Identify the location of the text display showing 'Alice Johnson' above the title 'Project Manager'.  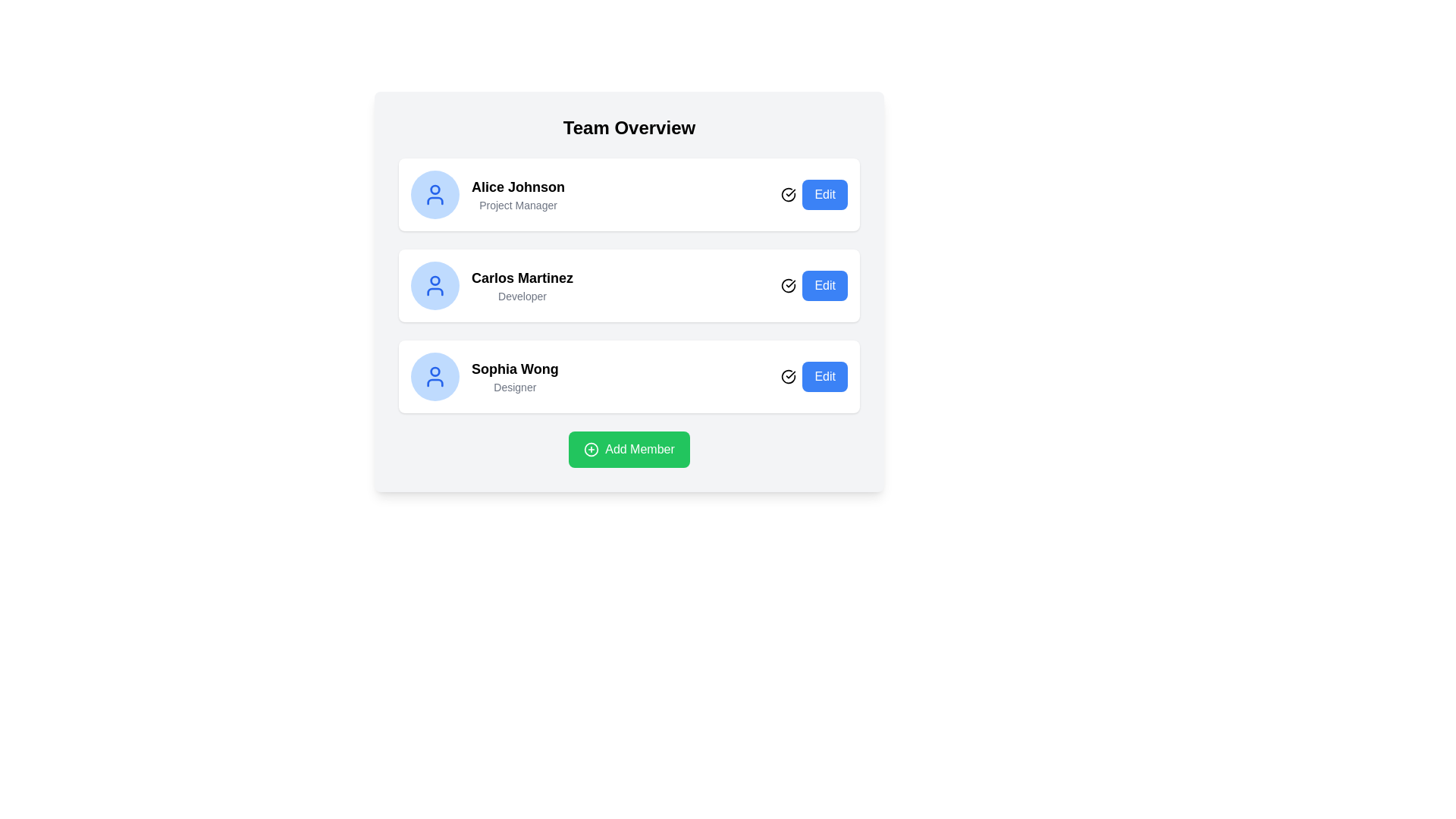
(518, 194).